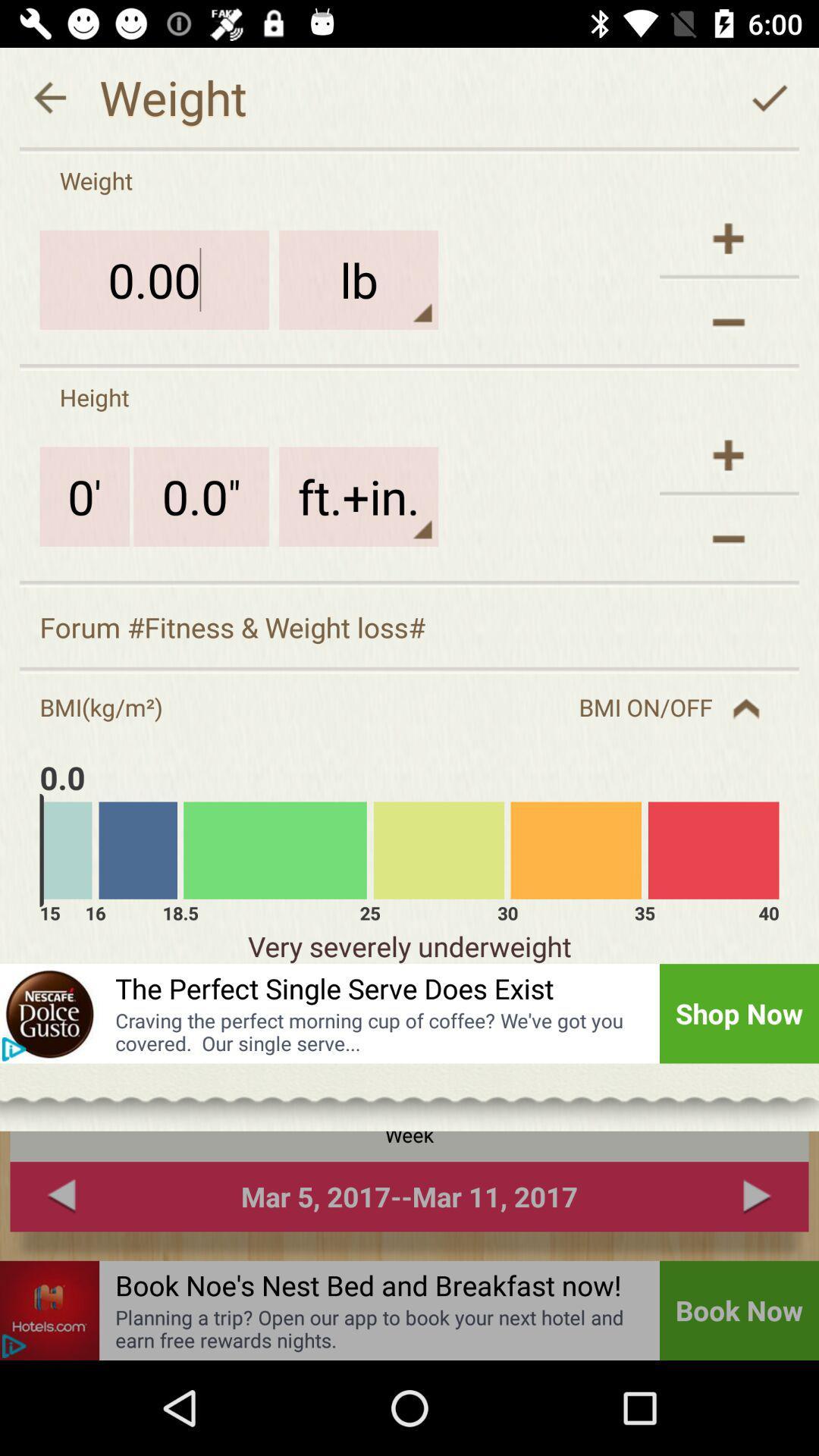 The image size is (819, 1456). I want to click on the minus icon, so click(728, 538).